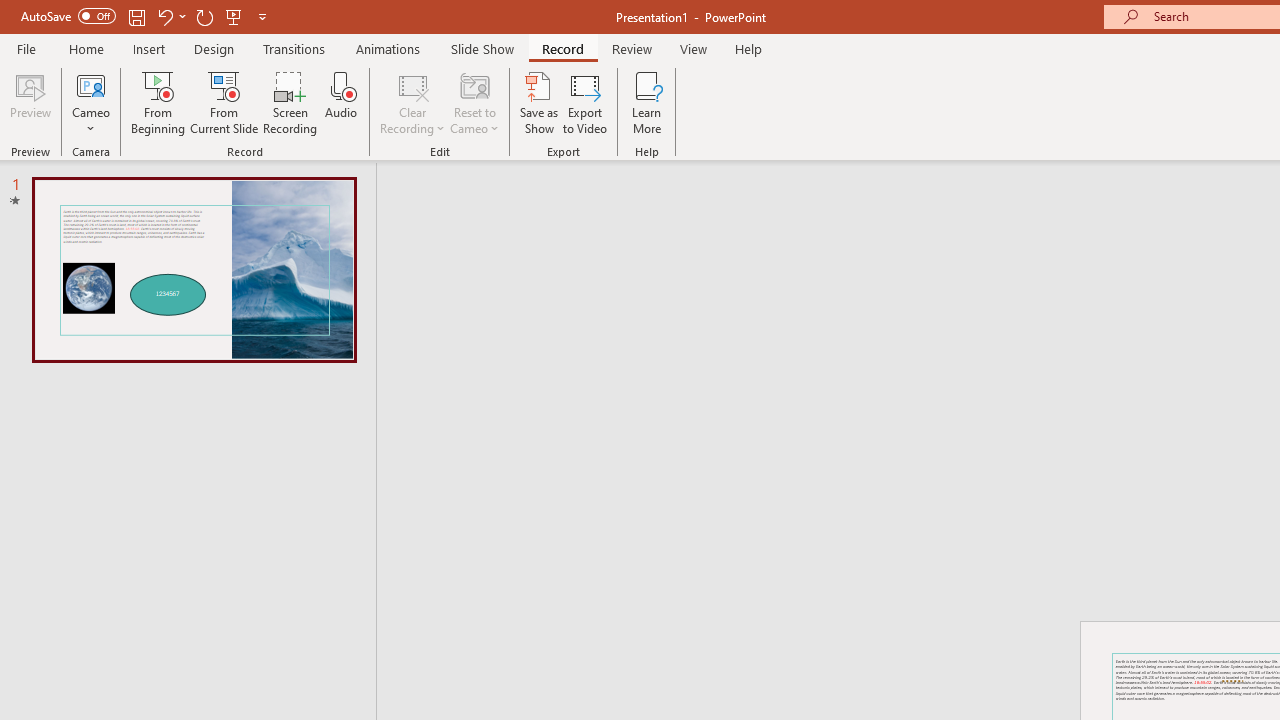 Image resolution: width=1280 pixels, height=720 pixels. Describe the element at coordinates (647, 103) in the screenshot. I see `'Learn More'` at that location.